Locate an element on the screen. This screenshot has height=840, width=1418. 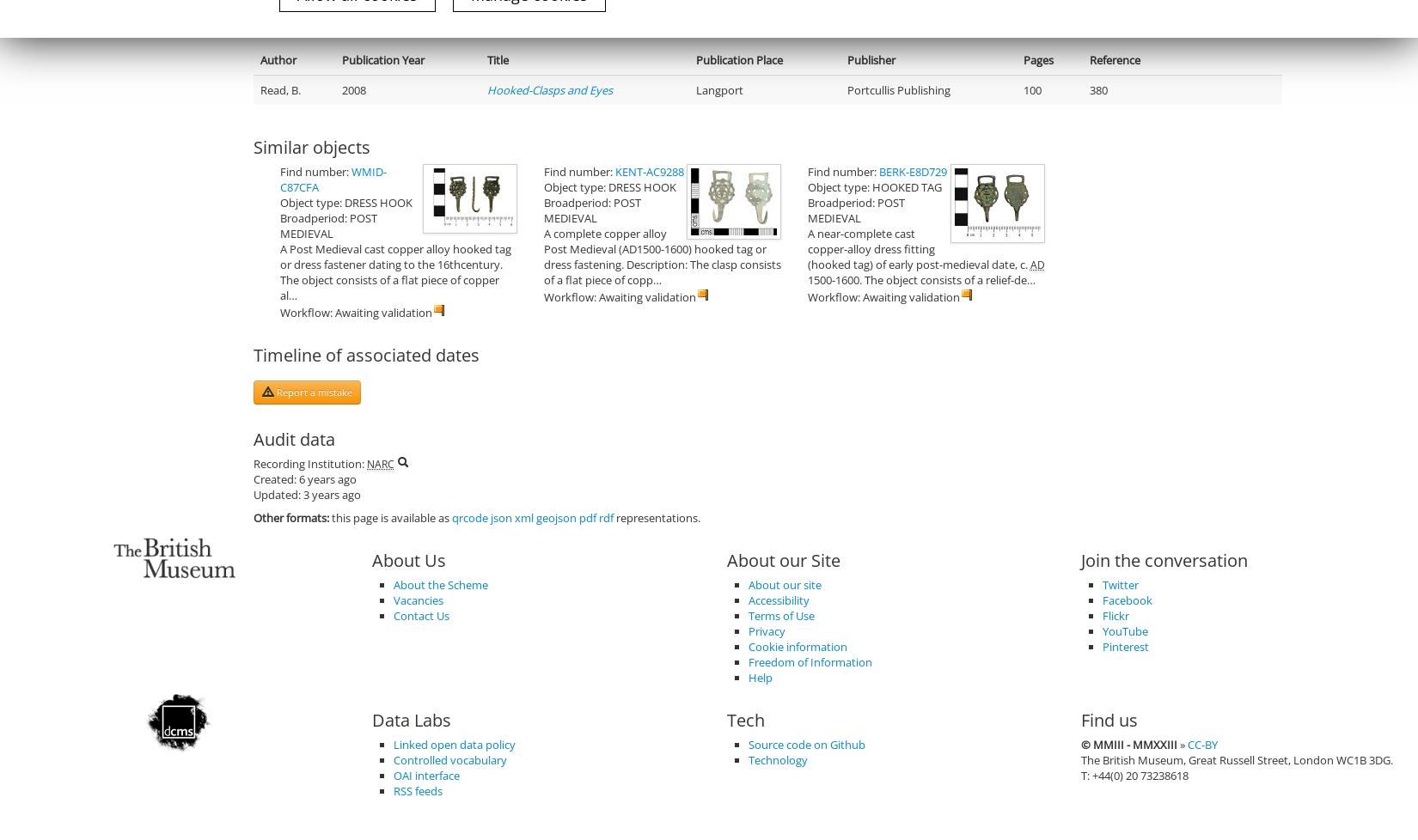
'Report a mistake' is located at coordinates (313, 391).